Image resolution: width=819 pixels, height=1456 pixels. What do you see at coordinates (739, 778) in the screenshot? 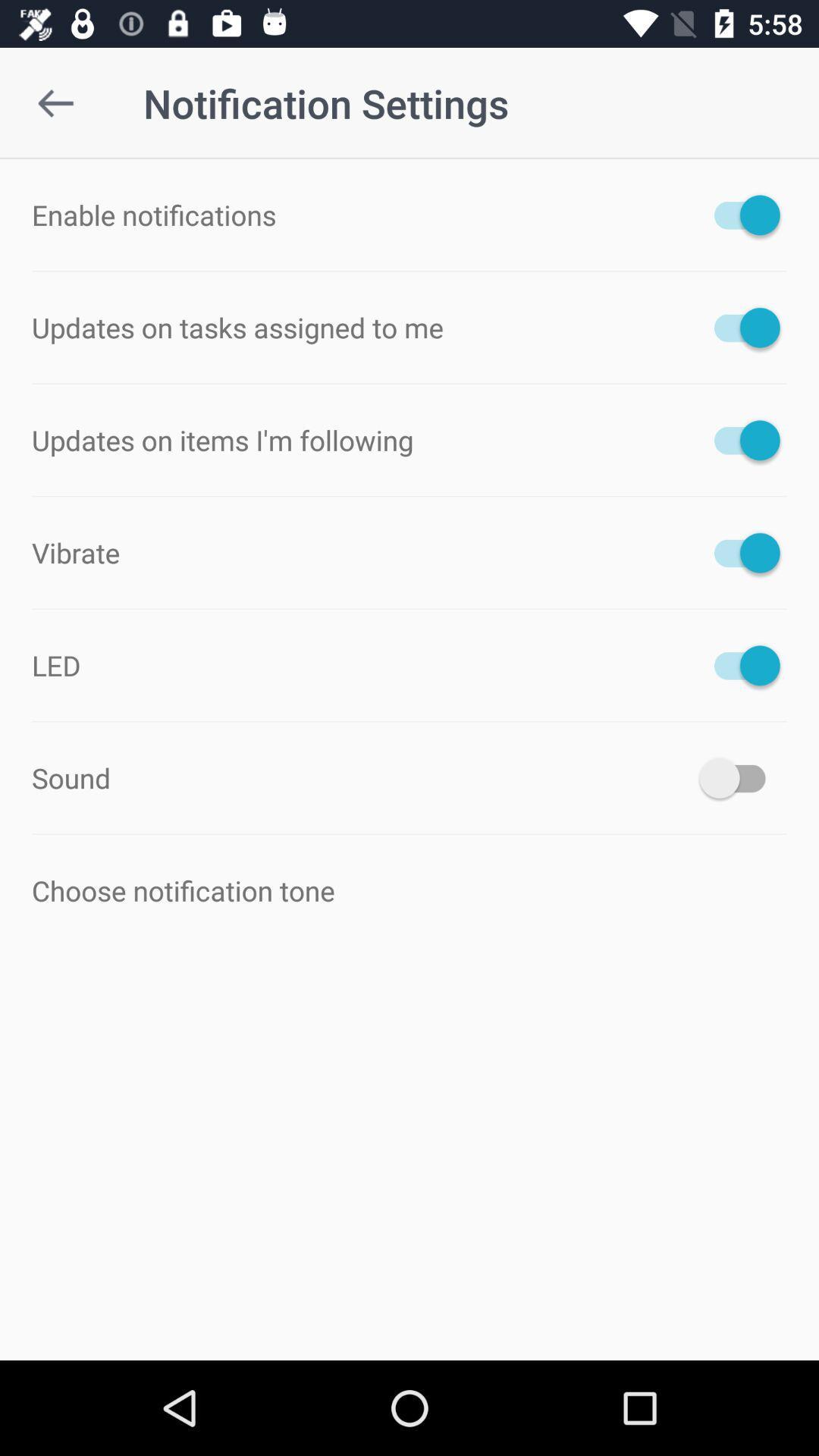
I see `icon to the right of the sound item` at bounding box center [739, 778].